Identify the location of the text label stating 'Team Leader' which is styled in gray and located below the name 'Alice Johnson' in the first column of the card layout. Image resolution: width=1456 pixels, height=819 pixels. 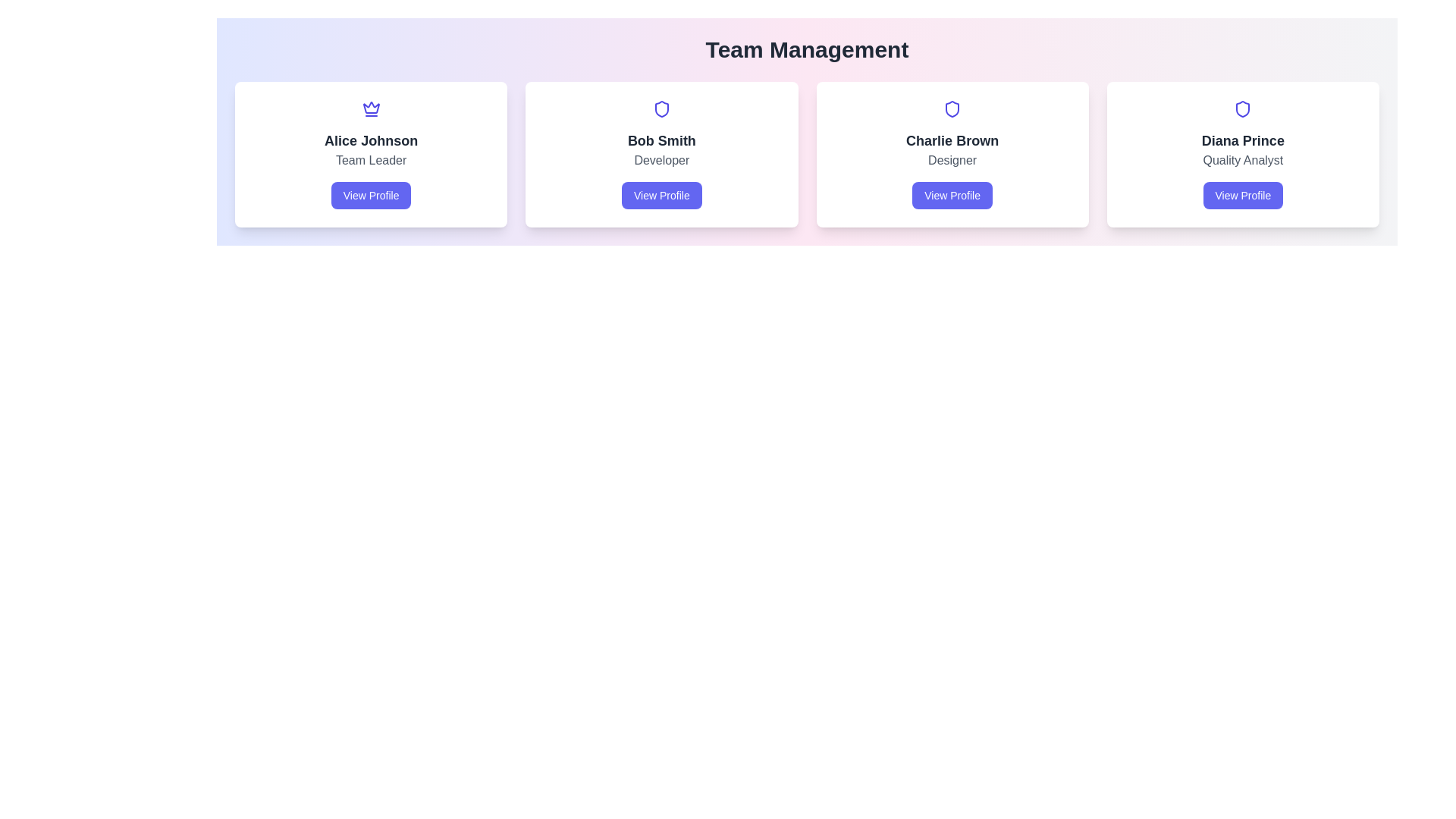
(371, 161).